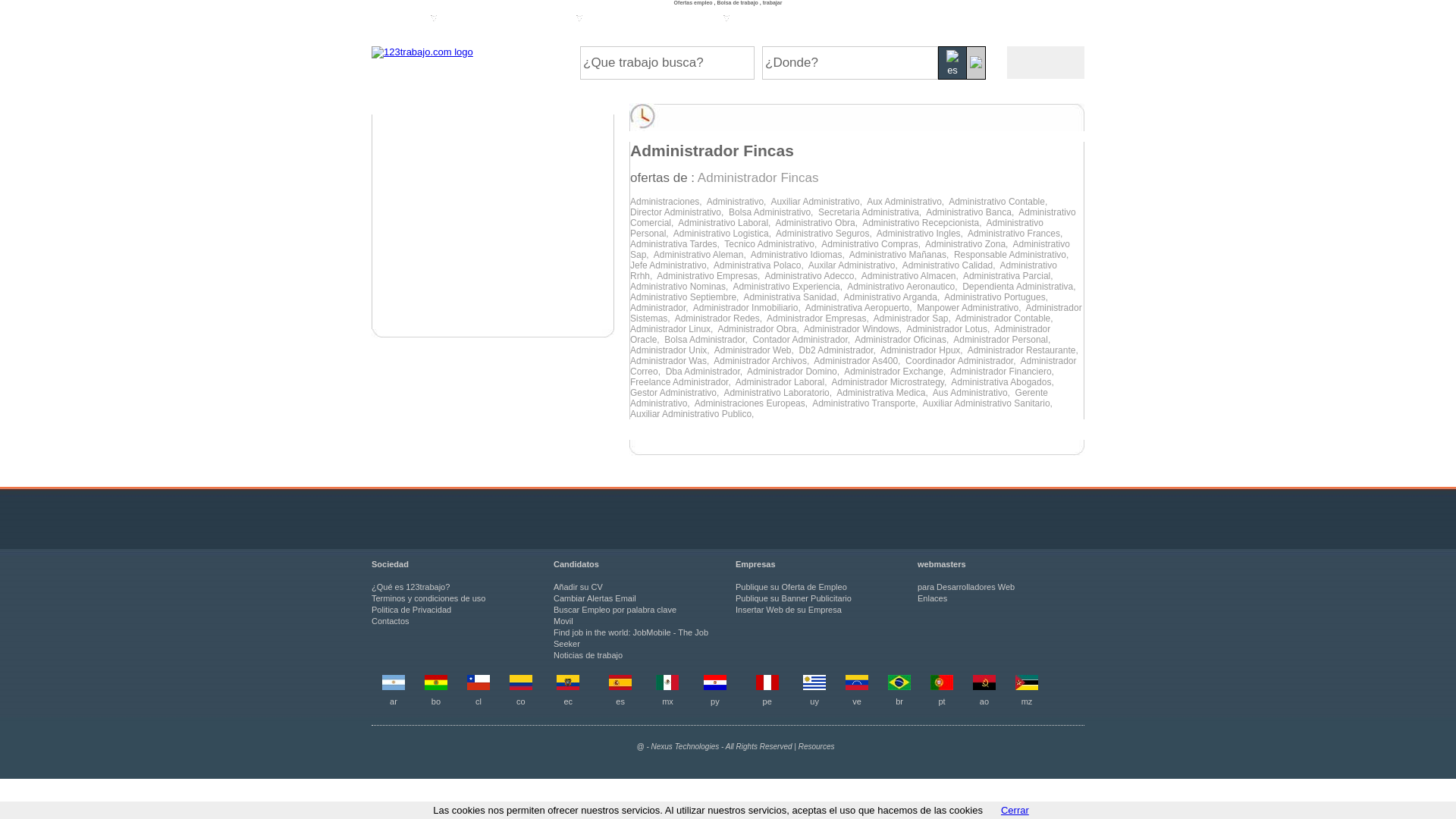  Describe the element at coordinates (989, 403) in the screenshot. I see `'Auxiliar Administrativo Sanitario, '` at that location.